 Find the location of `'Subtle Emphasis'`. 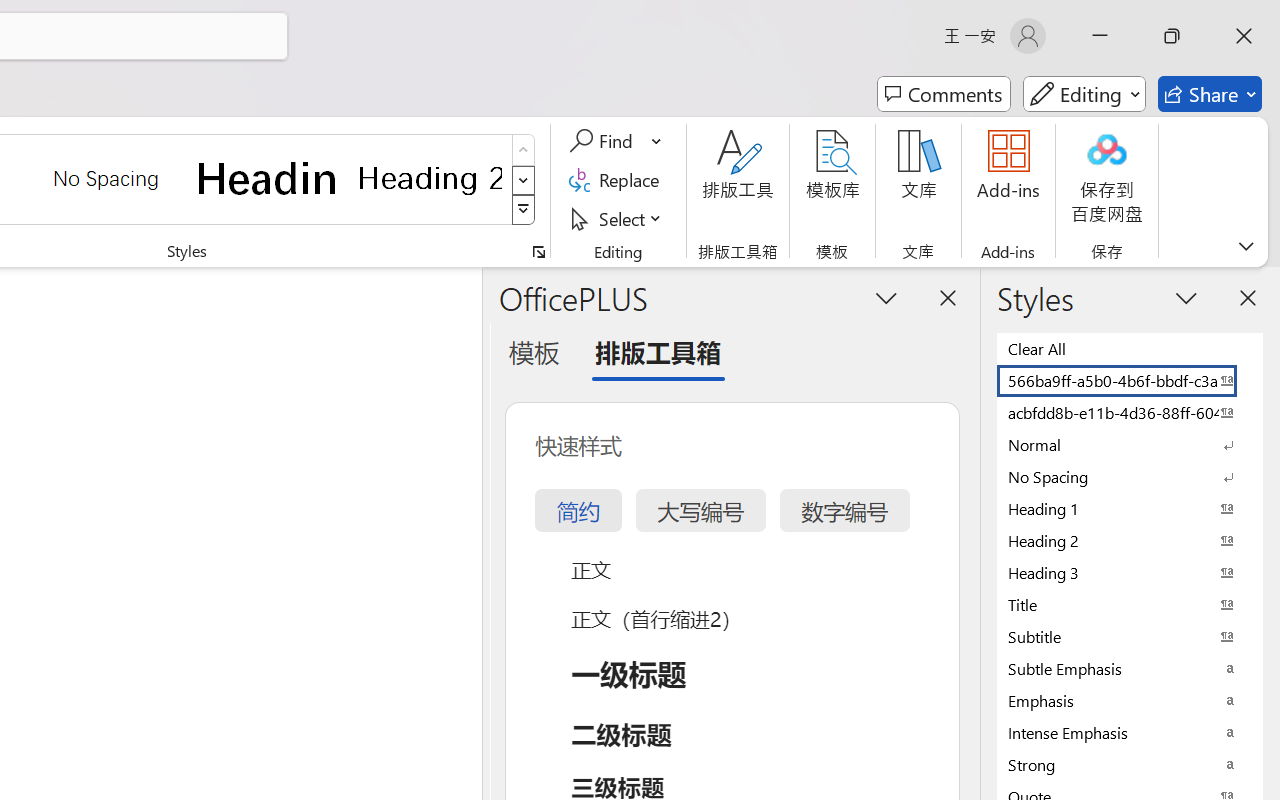

'Subtle Emphasis' is located at coordinates (1130, 668).